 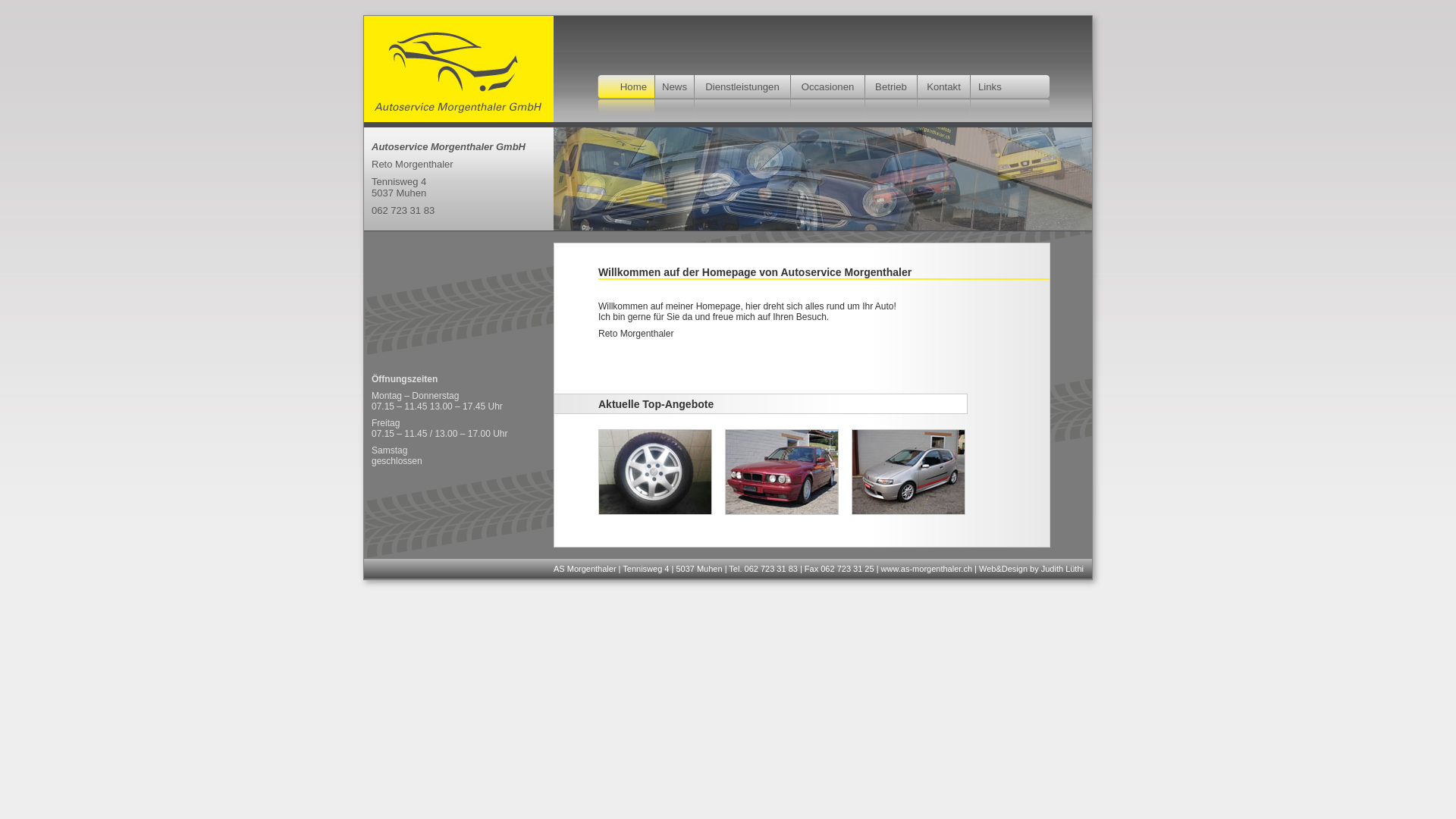 I want to click on 'Links', so click(x=990, y=86).